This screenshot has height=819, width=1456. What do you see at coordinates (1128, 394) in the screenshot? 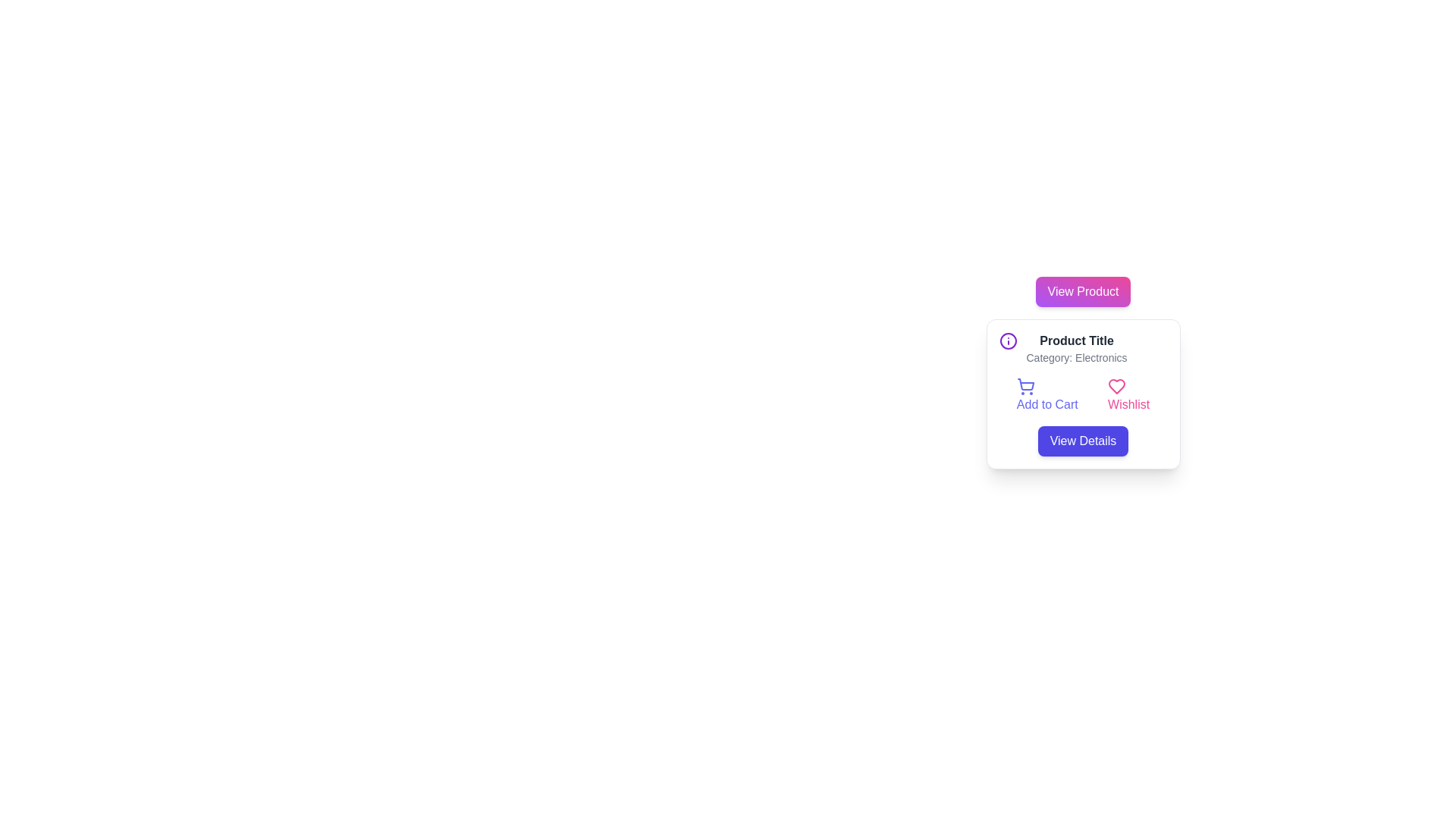
I see `the heart icon button labeled 'Wishlist' located in the bottom section of the card, adjacent to the 'Add to Cart' button` at bounding box center [1128, 394].